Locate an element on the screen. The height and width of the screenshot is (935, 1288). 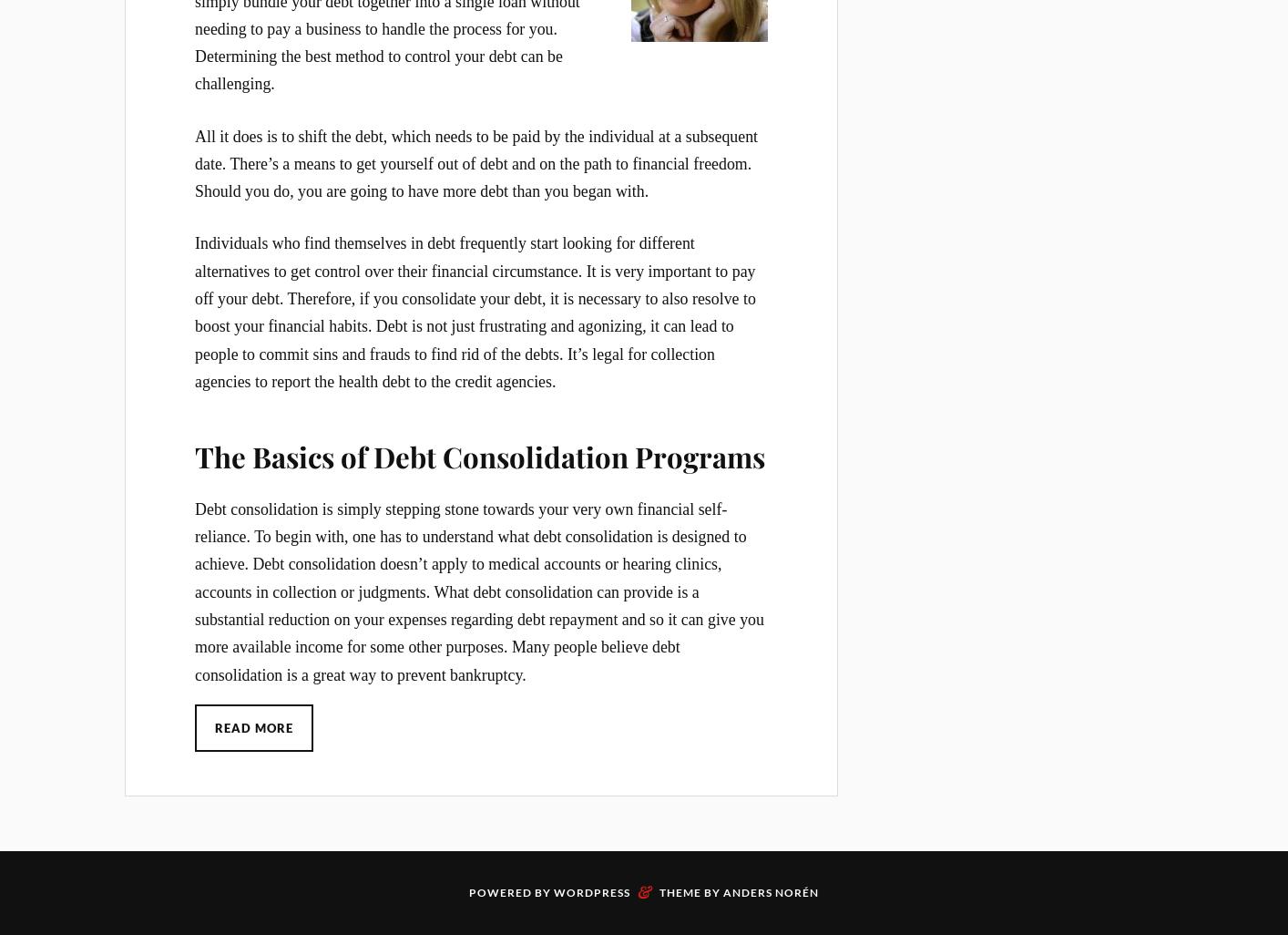
'The Basics of Debt Consolidation Programs' is located at coordinates (478, 455).